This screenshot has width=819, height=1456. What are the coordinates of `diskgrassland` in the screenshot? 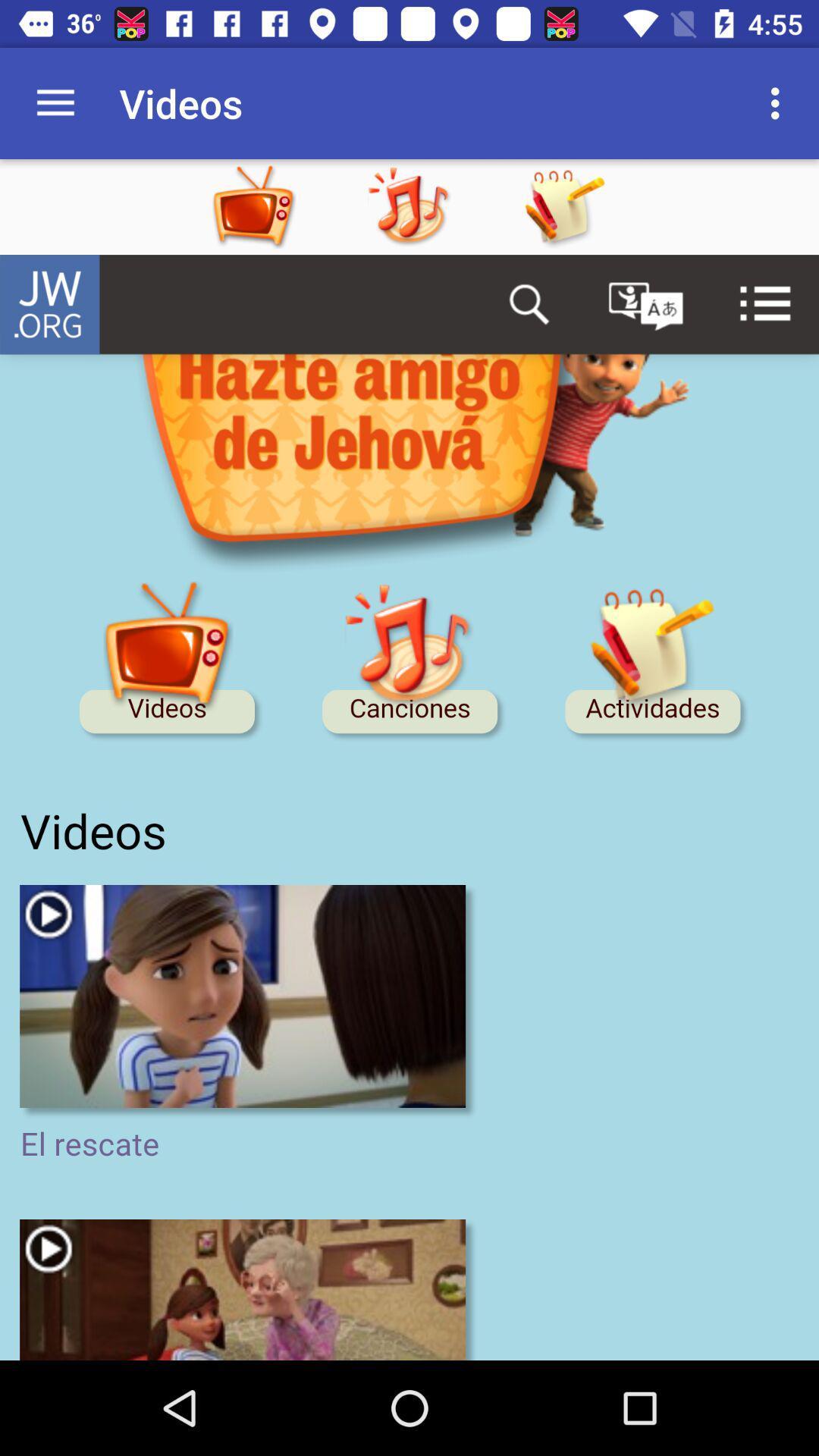 It's located at (409, 807).